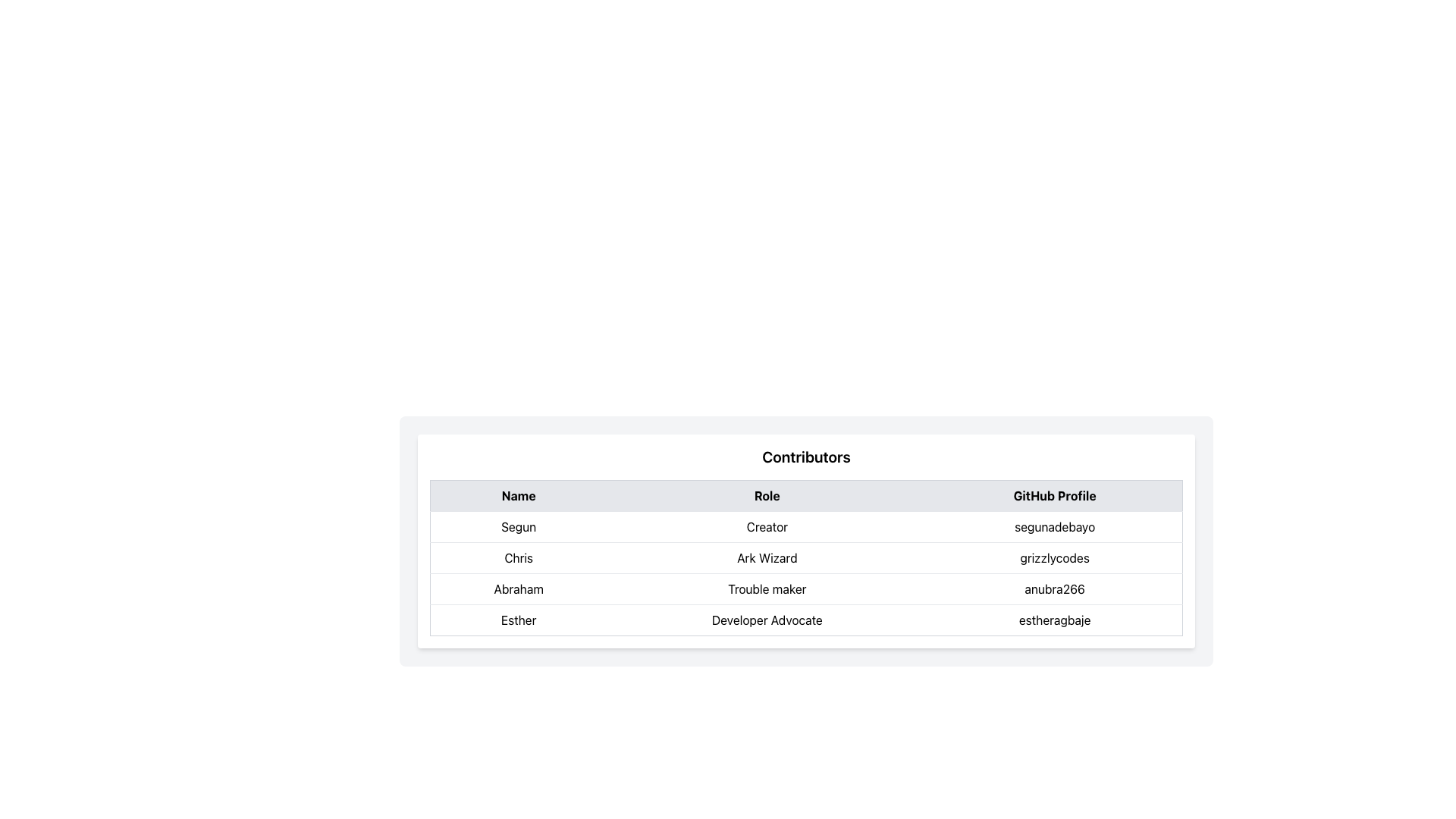  I want to click on the text label 'Ark Wizard' located in the 'Role' column of the table, so click(767, 558).